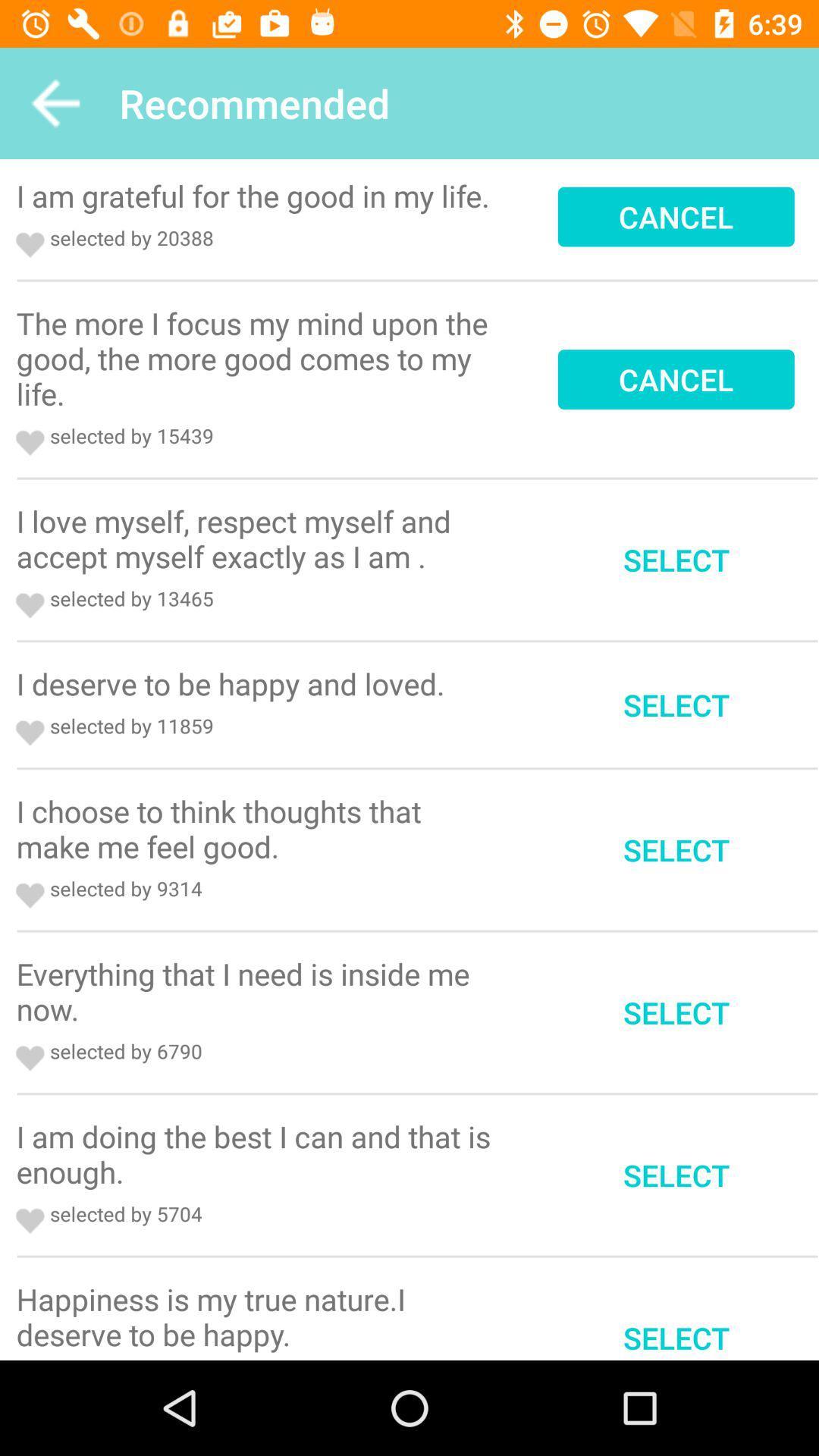 The height and width of the screenshot is (1456, 819). What do you see at coordinates (55, 102) in the screenshot?
I see `item above i am grateful icon` at bounding box center [55, 102].